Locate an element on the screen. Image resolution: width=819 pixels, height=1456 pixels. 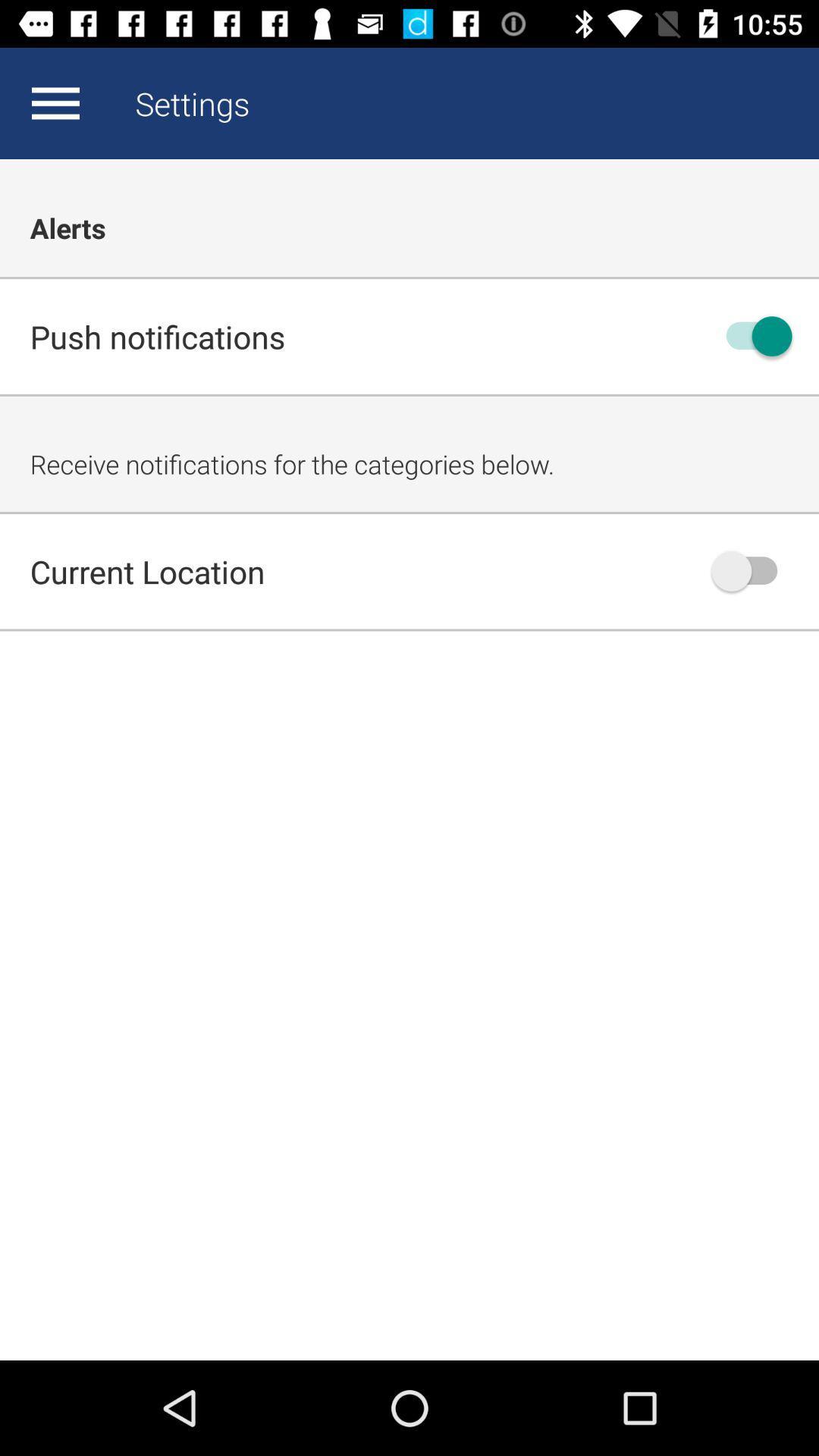
switch toggle for notifications is located at coordinates (752, 335).